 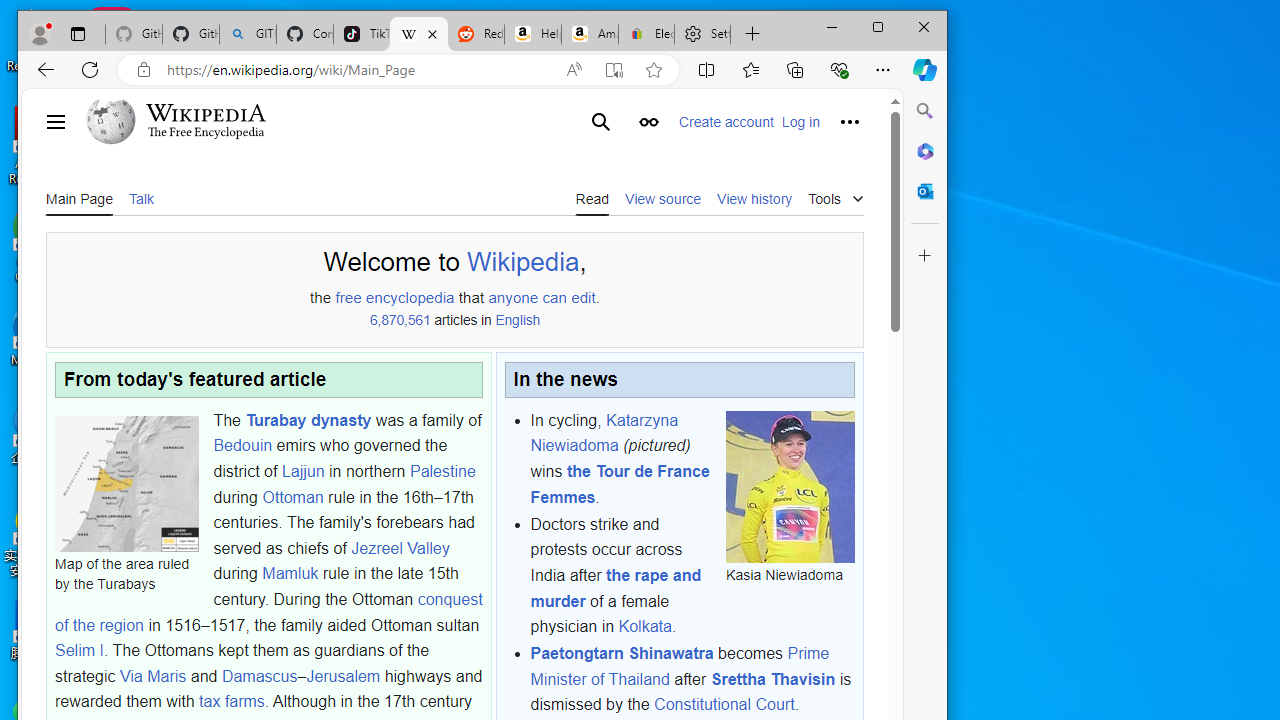 What do you see at coordinates (408, 297) in the screenshot?
I see `'encyclopedia'` at bounding box center [408, 297].